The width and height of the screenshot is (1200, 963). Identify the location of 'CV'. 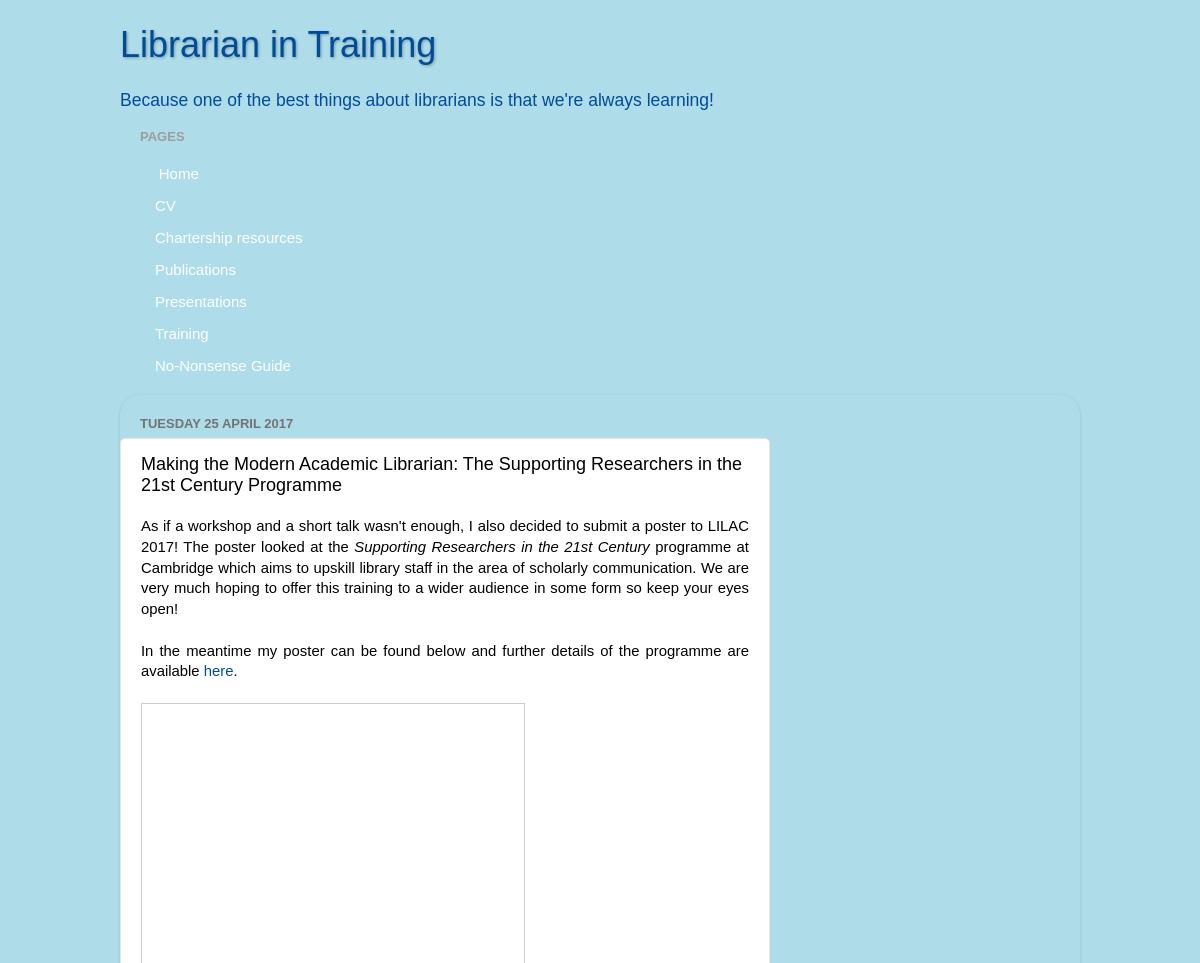
(164, 203).